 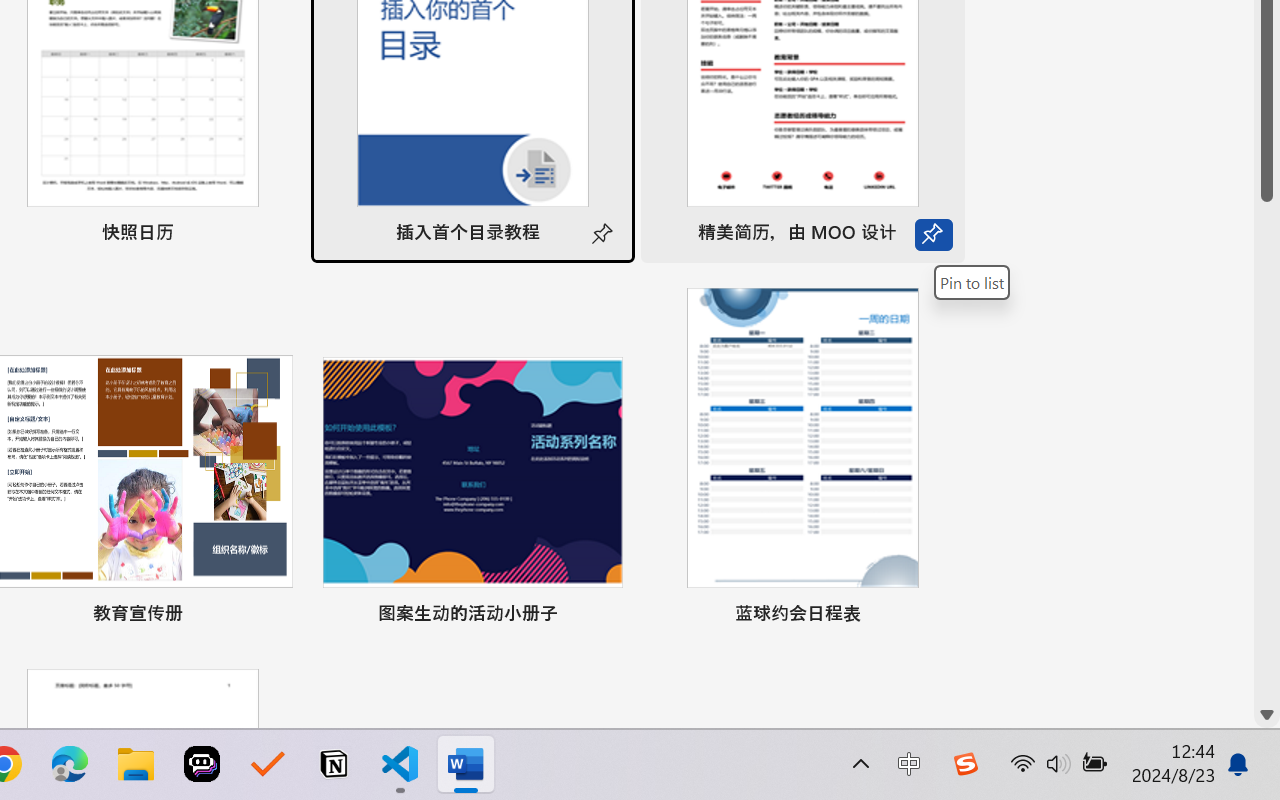 I want to click on 'Line down', so click(x=1266, y=714).